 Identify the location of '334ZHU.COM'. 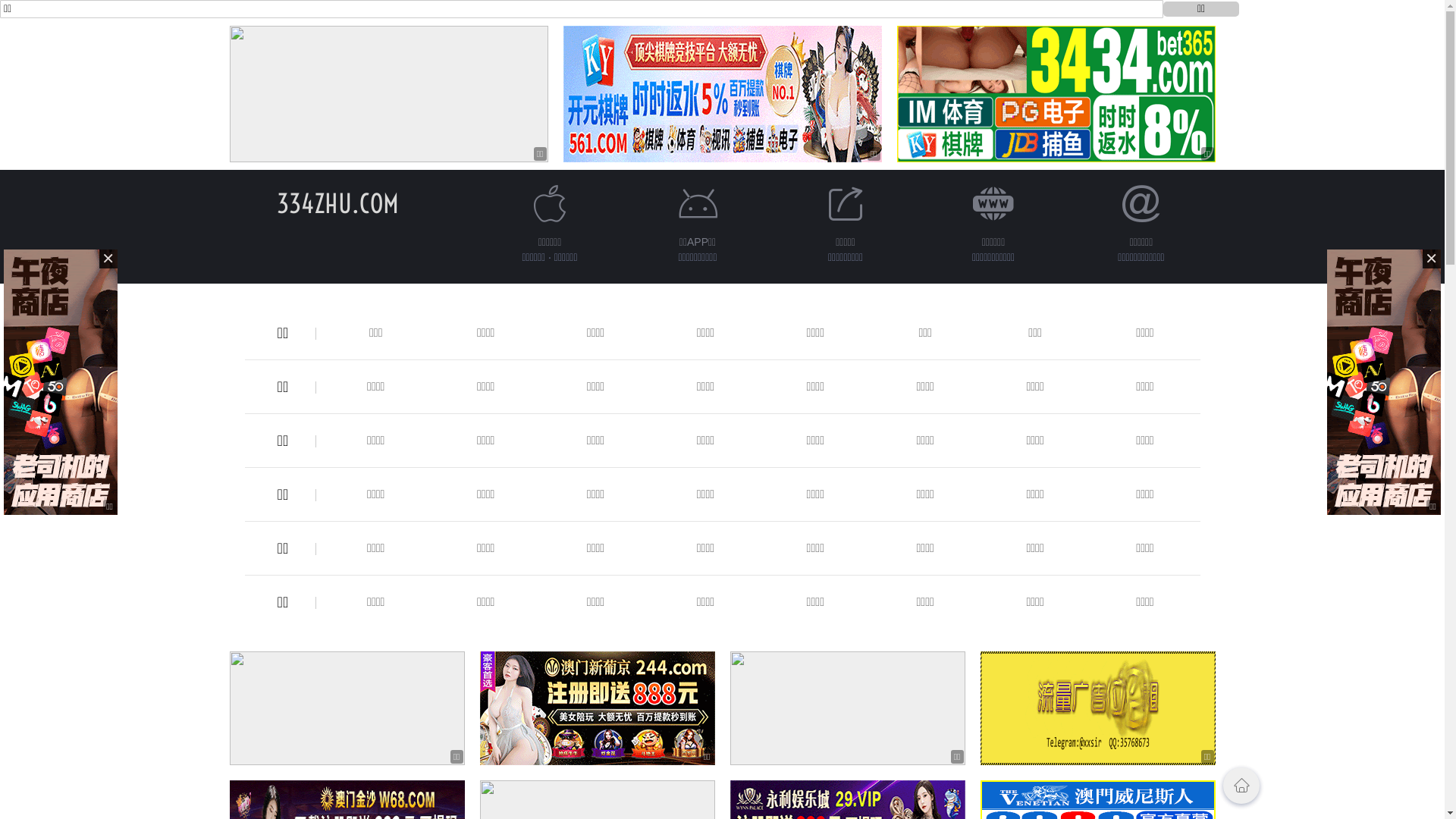
(337, 202).